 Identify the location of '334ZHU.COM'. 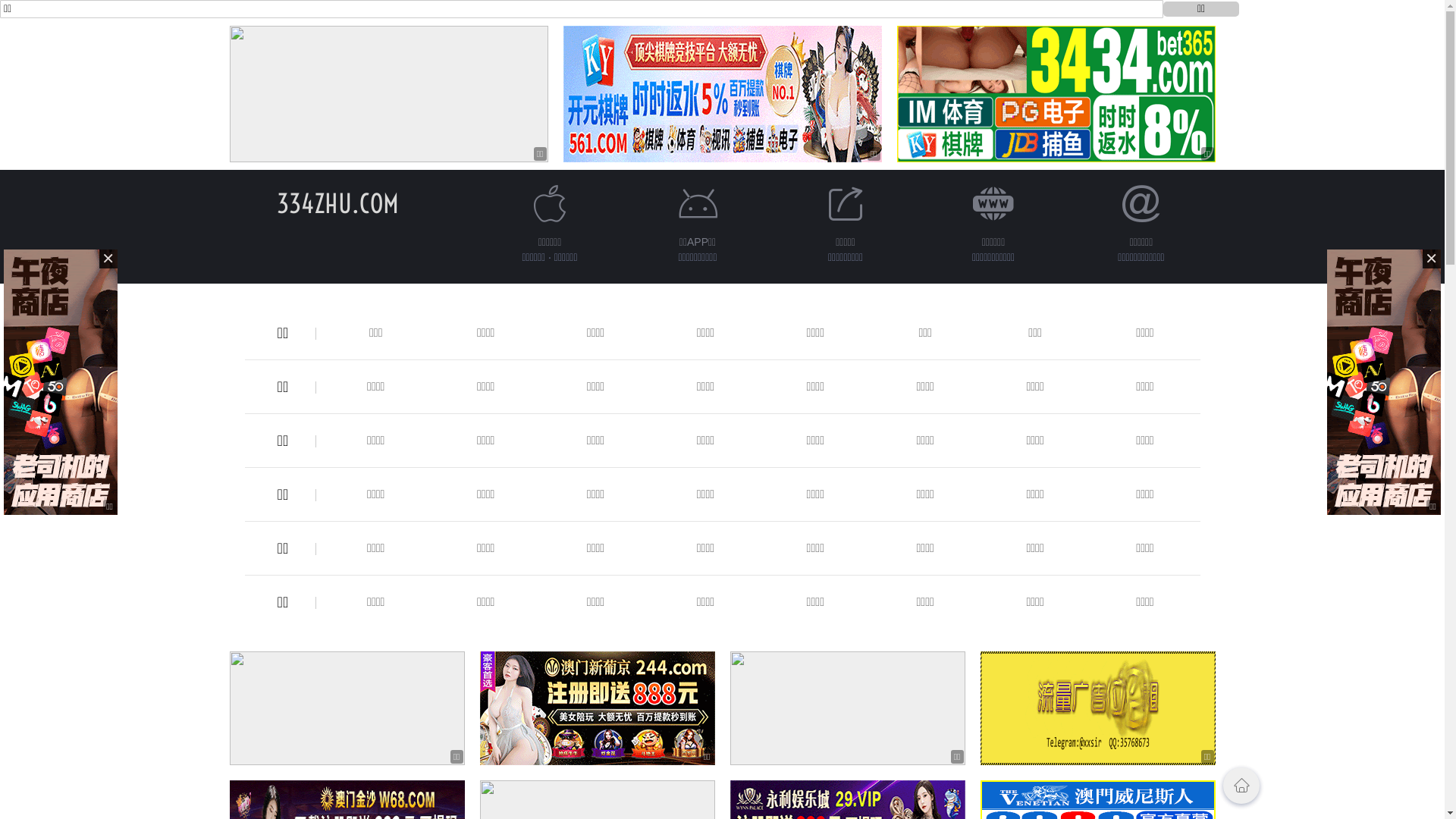
(337, 202).